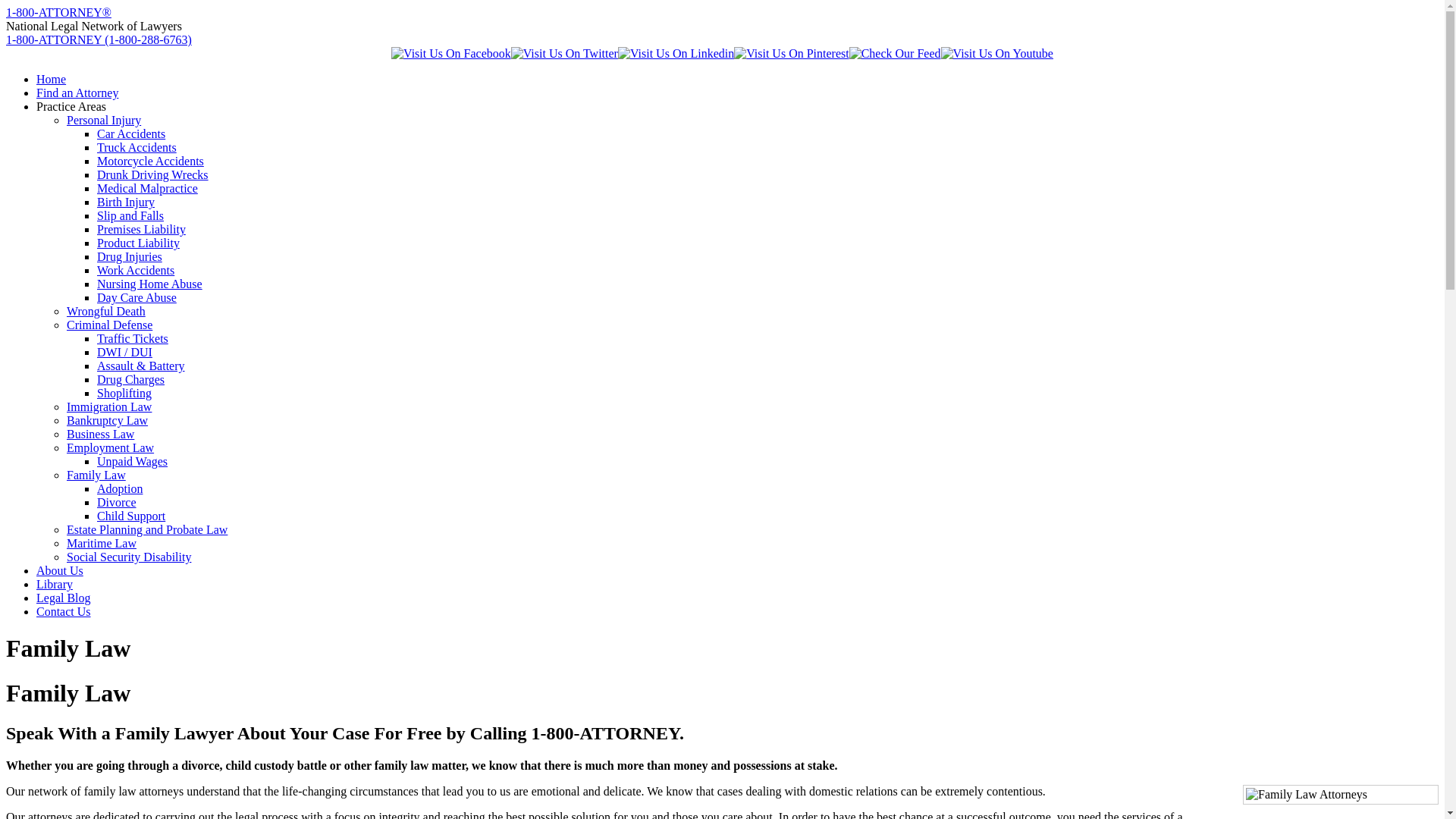  I want to click on 'Visit Us On Facebook', so click(450, 52).